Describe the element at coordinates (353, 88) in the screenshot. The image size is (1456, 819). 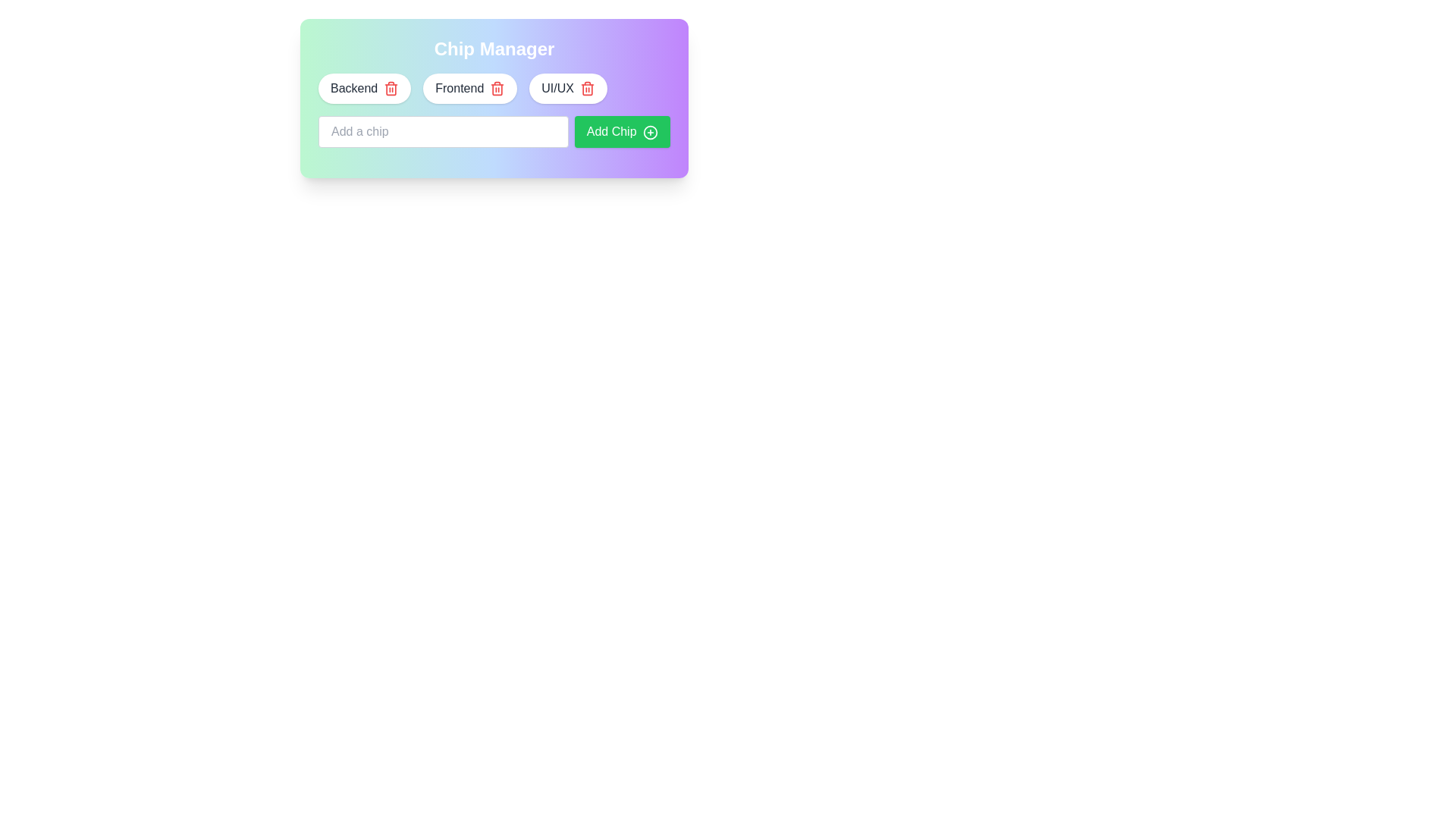
I see `the area of the chip labeled 'Backend'` at that location.